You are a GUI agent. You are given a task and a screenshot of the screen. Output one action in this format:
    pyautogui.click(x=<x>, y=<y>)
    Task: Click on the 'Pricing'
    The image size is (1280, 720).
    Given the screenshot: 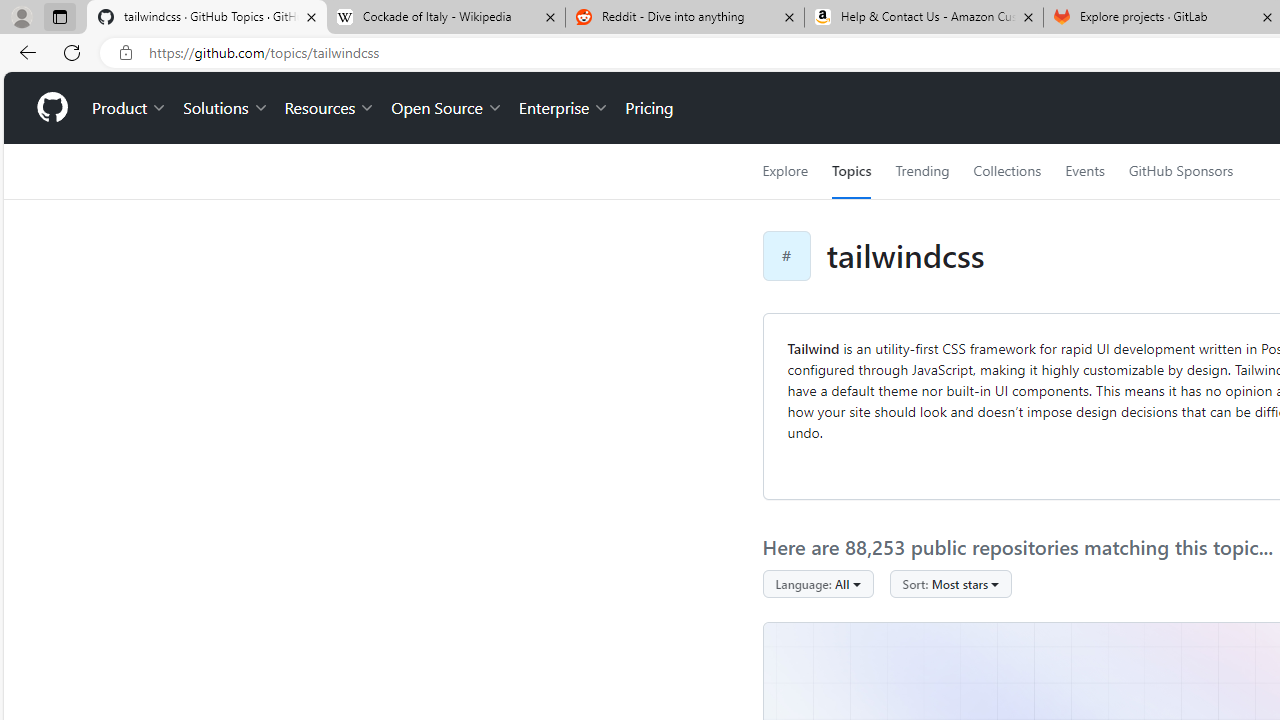 What is the action you would take?
    pyautogui.click(x=649, y=108)
    